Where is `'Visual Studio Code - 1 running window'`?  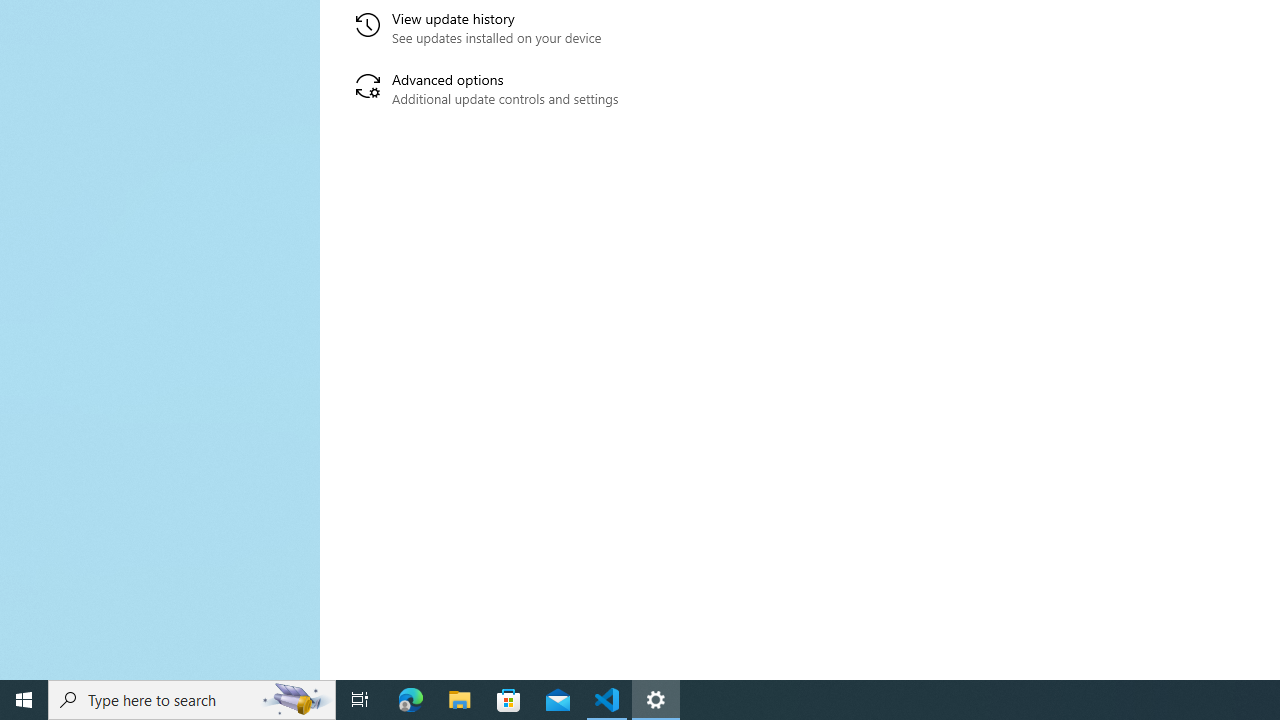
'Visual Studio Code - 1 running window' is located at coordinates (606, 698).